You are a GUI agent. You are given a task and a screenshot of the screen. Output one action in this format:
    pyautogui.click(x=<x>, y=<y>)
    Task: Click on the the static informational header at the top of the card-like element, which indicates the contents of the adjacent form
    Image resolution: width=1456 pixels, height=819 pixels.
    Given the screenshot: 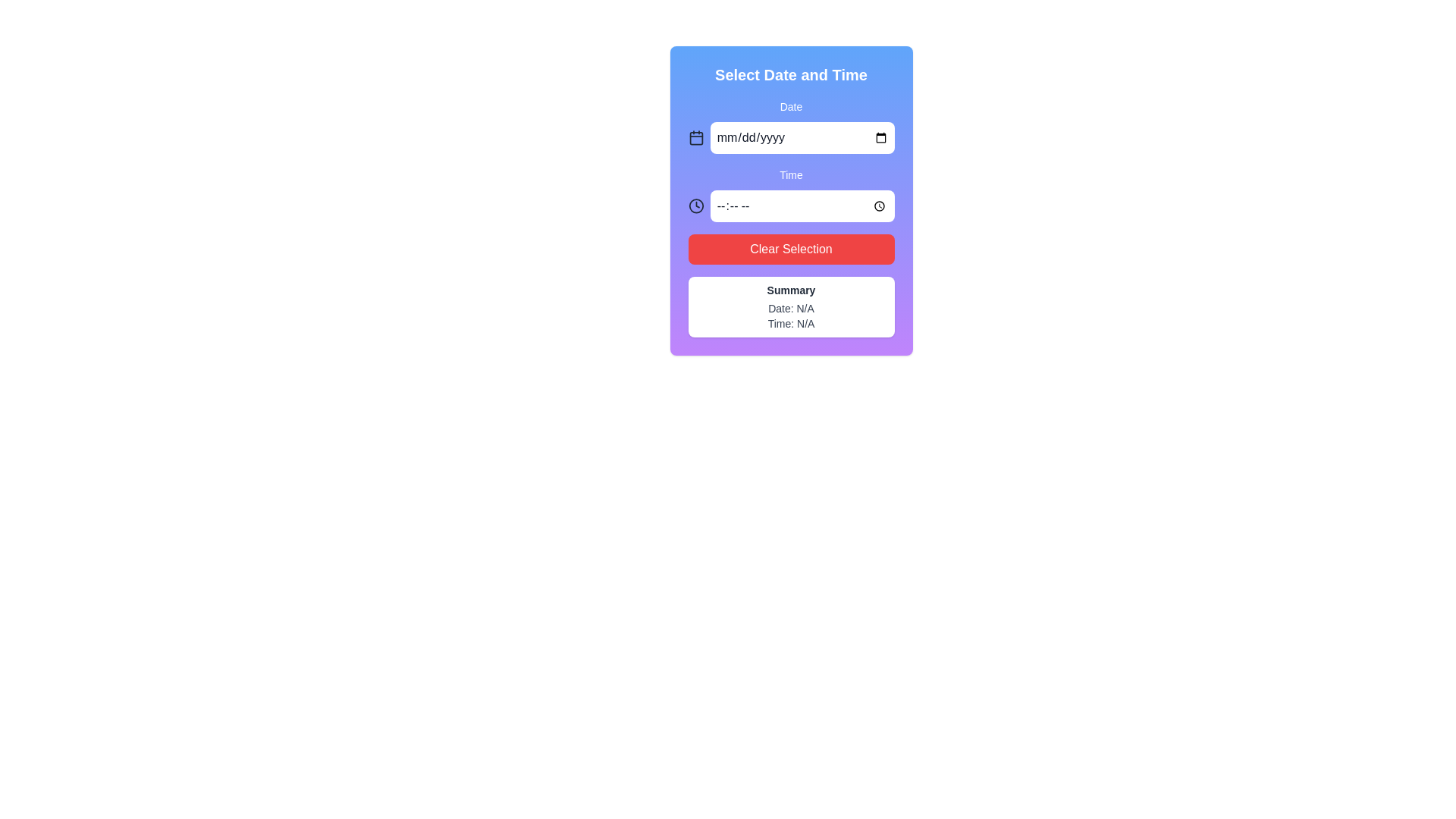 What is the action you would take?
    pyautogui.click(x=790, y=75)
    